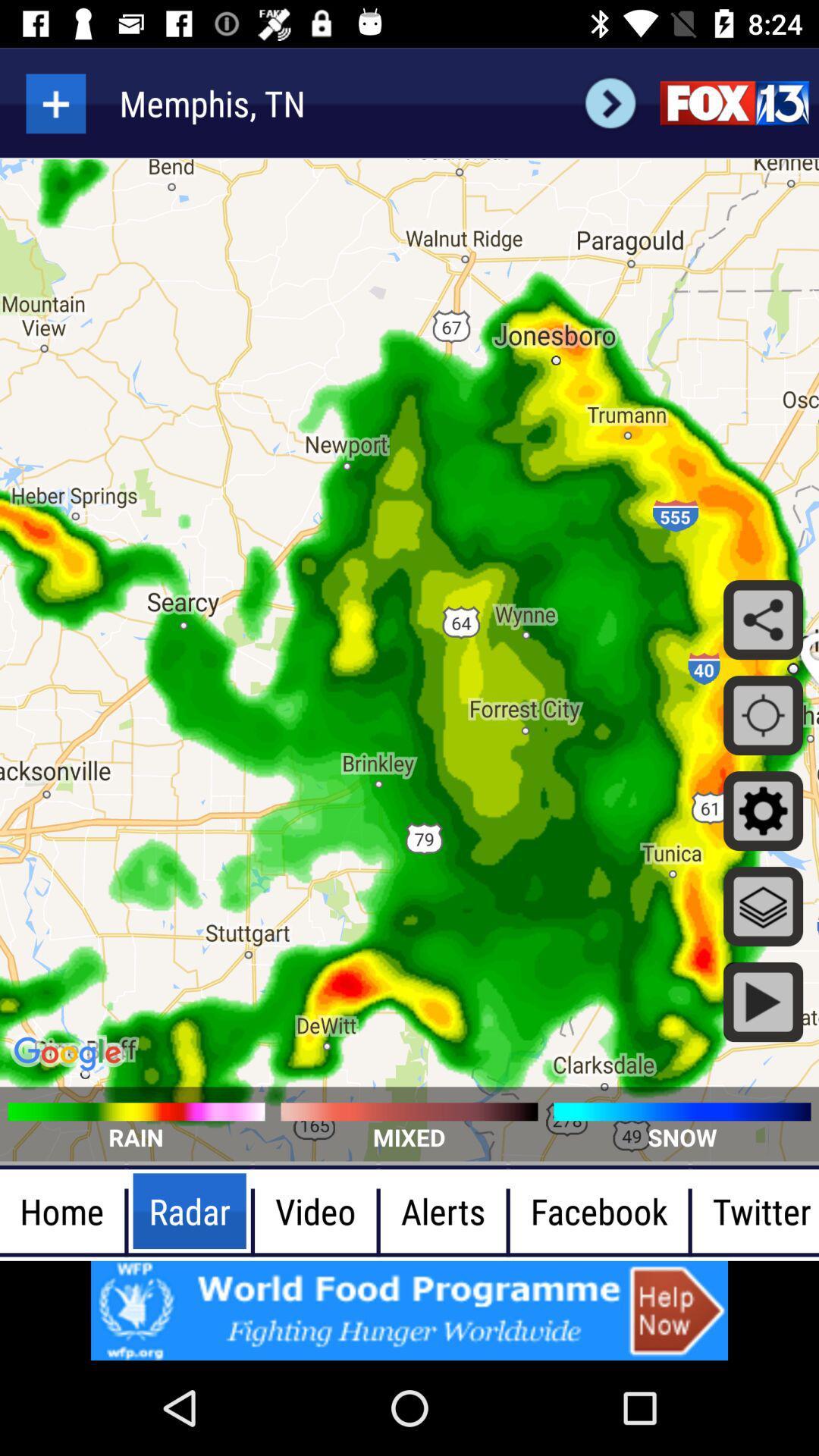 The height and width of the screenshot is (1456, 819). What do you see at coordinates (409, 1111) in the screenshot?
I see `the image above the text mixed on the web page` at bounding box center [409, 1111].